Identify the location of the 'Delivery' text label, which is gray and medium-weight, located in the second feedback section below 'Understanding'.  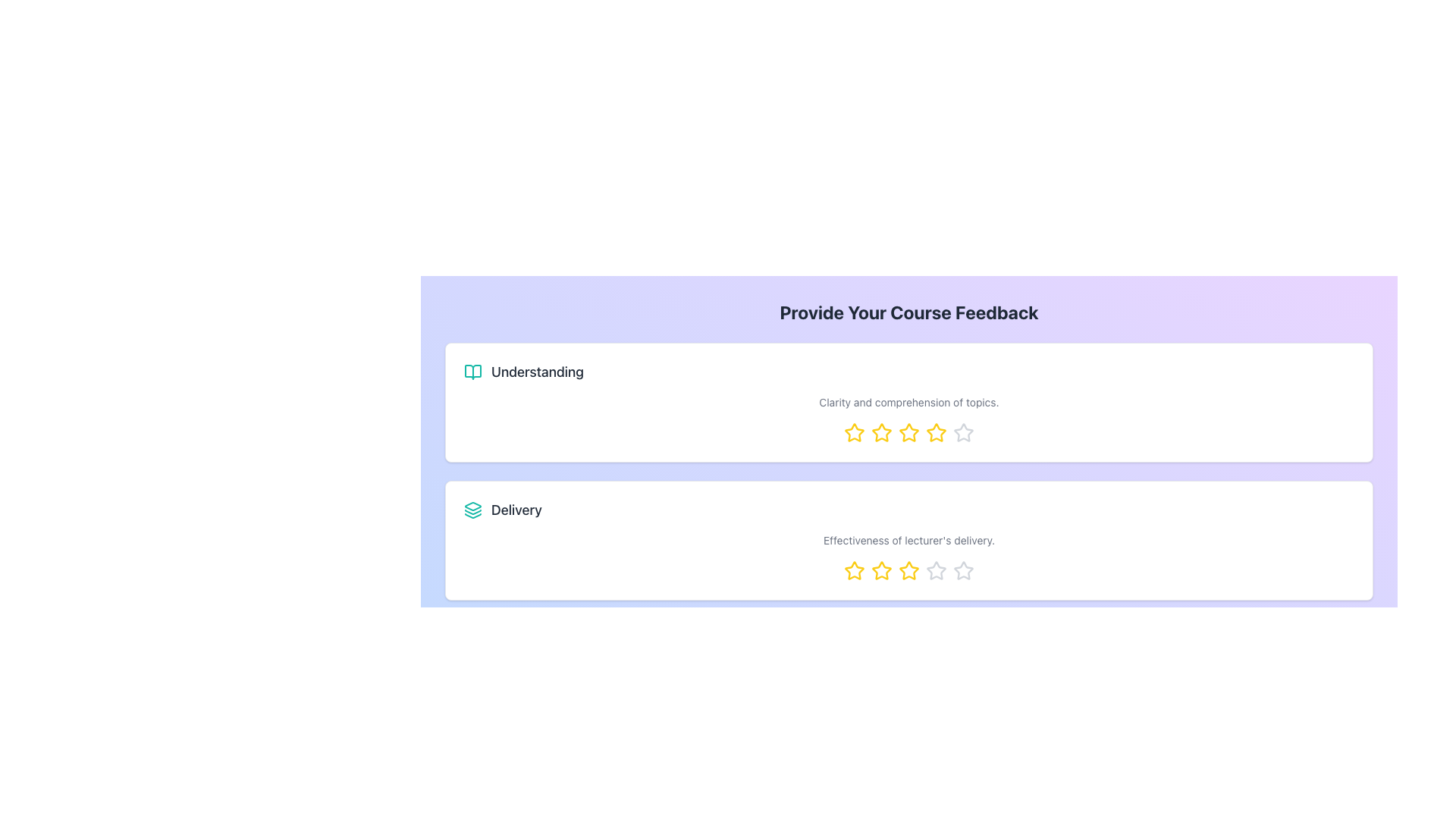
(516, 510).